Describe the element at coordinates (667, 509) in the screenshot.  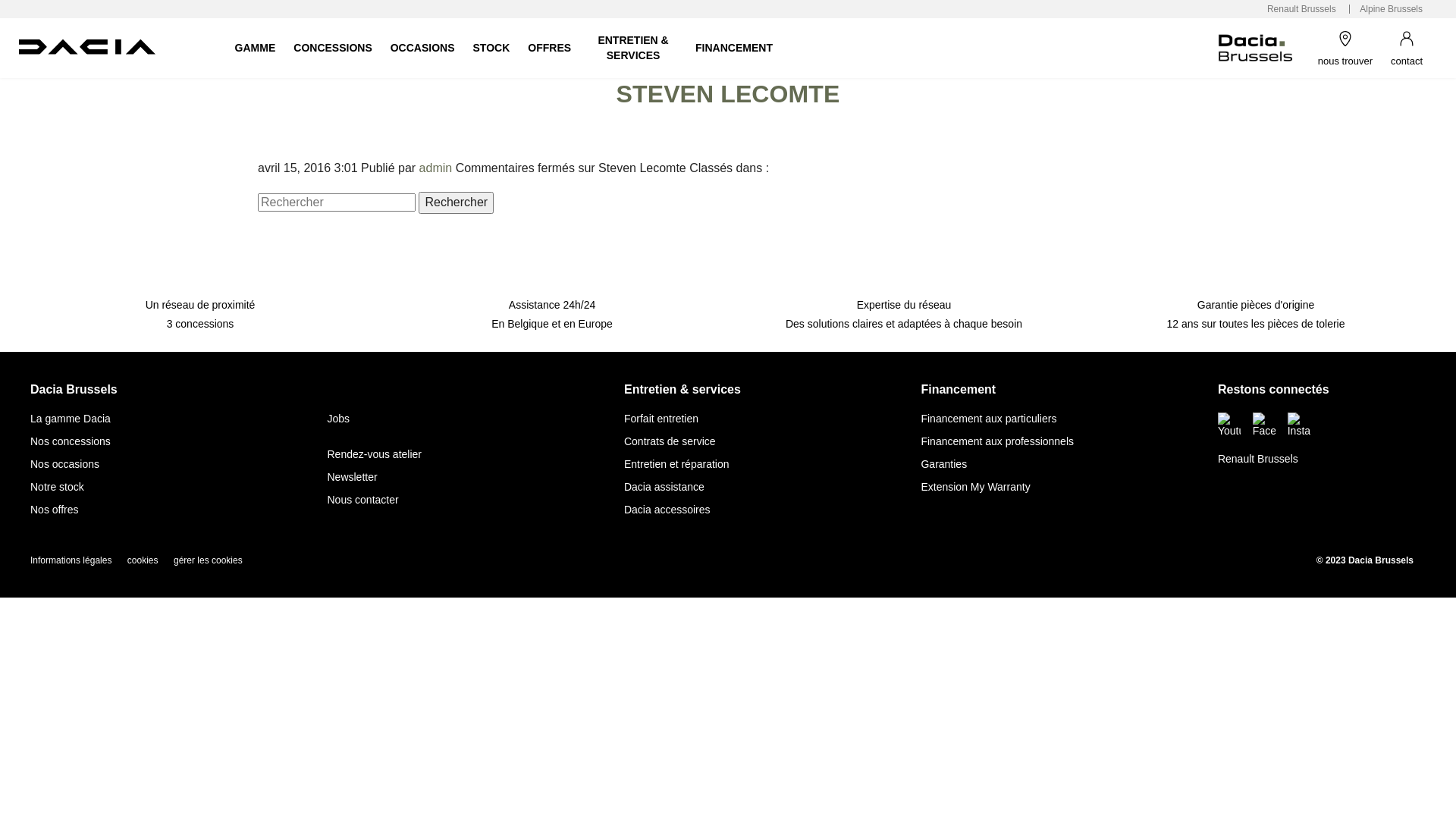
I see `'Dacia accessoires'` at that location.